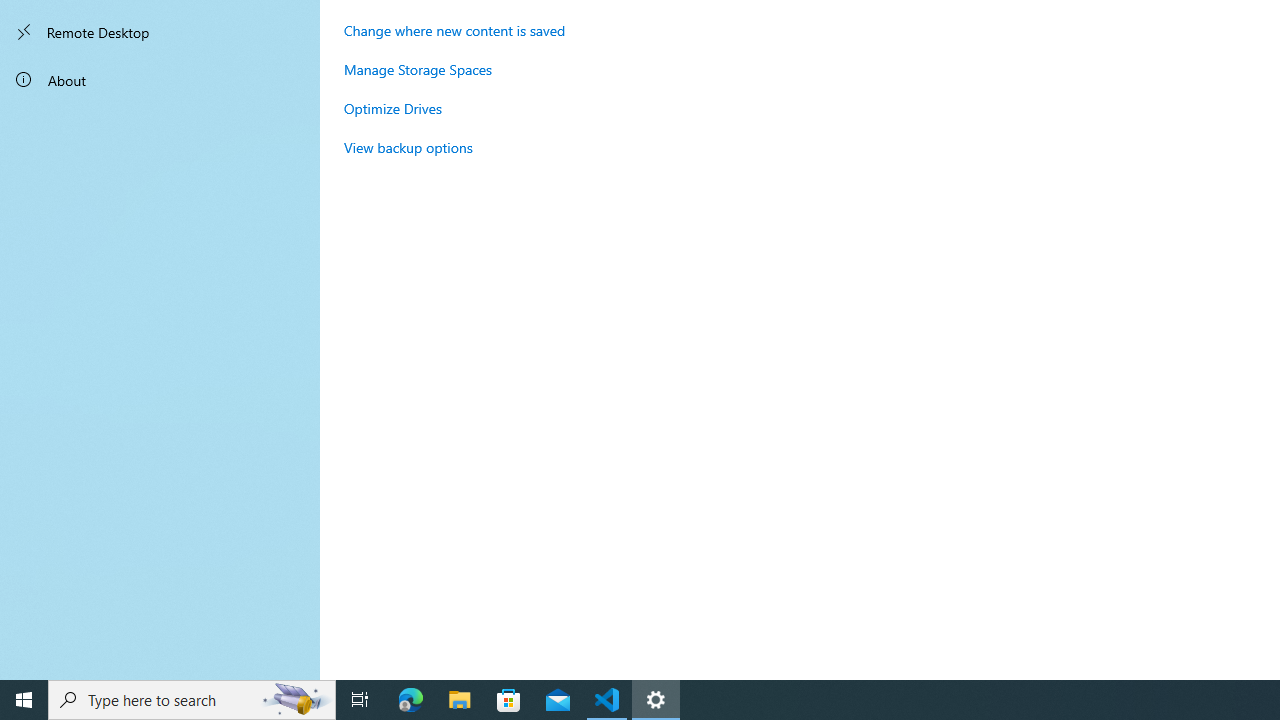 Image resolution: width=1280 pixels, height=720 pixels. Describe the element at coordinates (294, 698) in the screenshot. I see `'Search highlights icon opens search home window'` at that location.